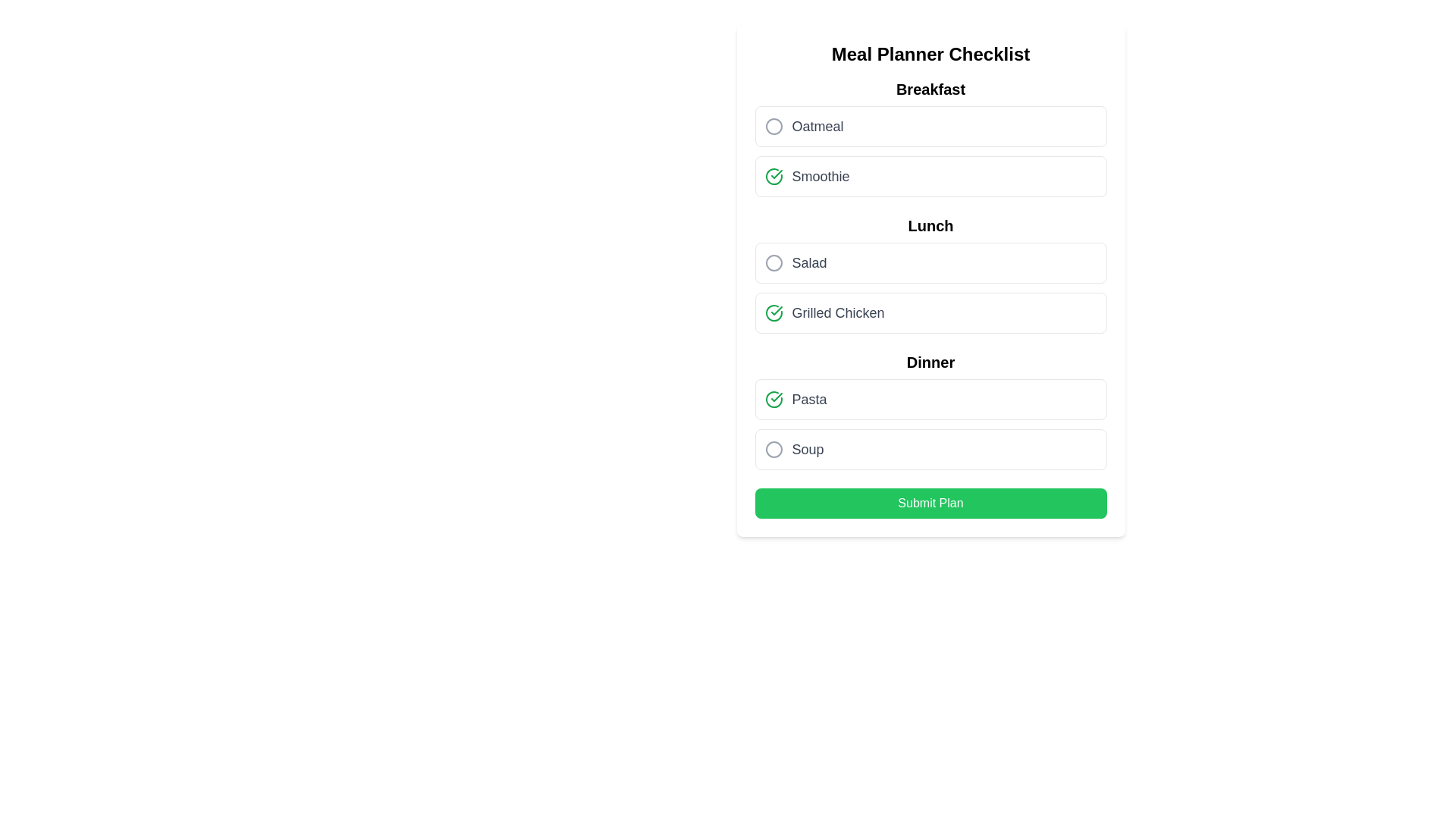 This screenshot has width=1456, height=819. Describe the element at coordinates (773, 449) in the screenshot. I see `the circular icon indicating the unchecked state for the 'Soup' item in the Dinner section of the Meal Planner Checklist` at that location.